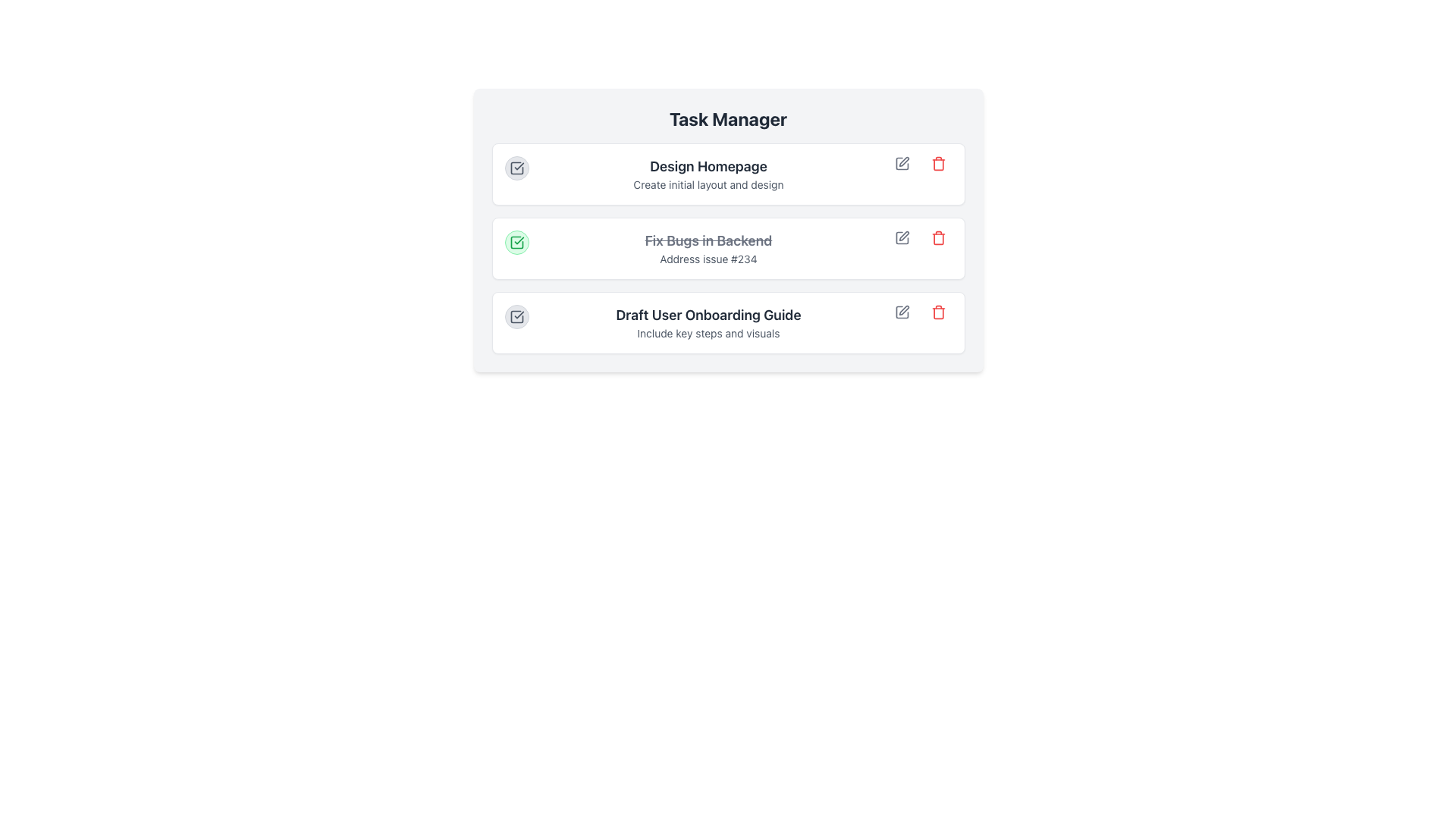 The image size is (1456, 819). I want to click on the 'Task Manager' text label, which is styled in bold and large font and located centrally above a list of tasks, so click(728, 118).